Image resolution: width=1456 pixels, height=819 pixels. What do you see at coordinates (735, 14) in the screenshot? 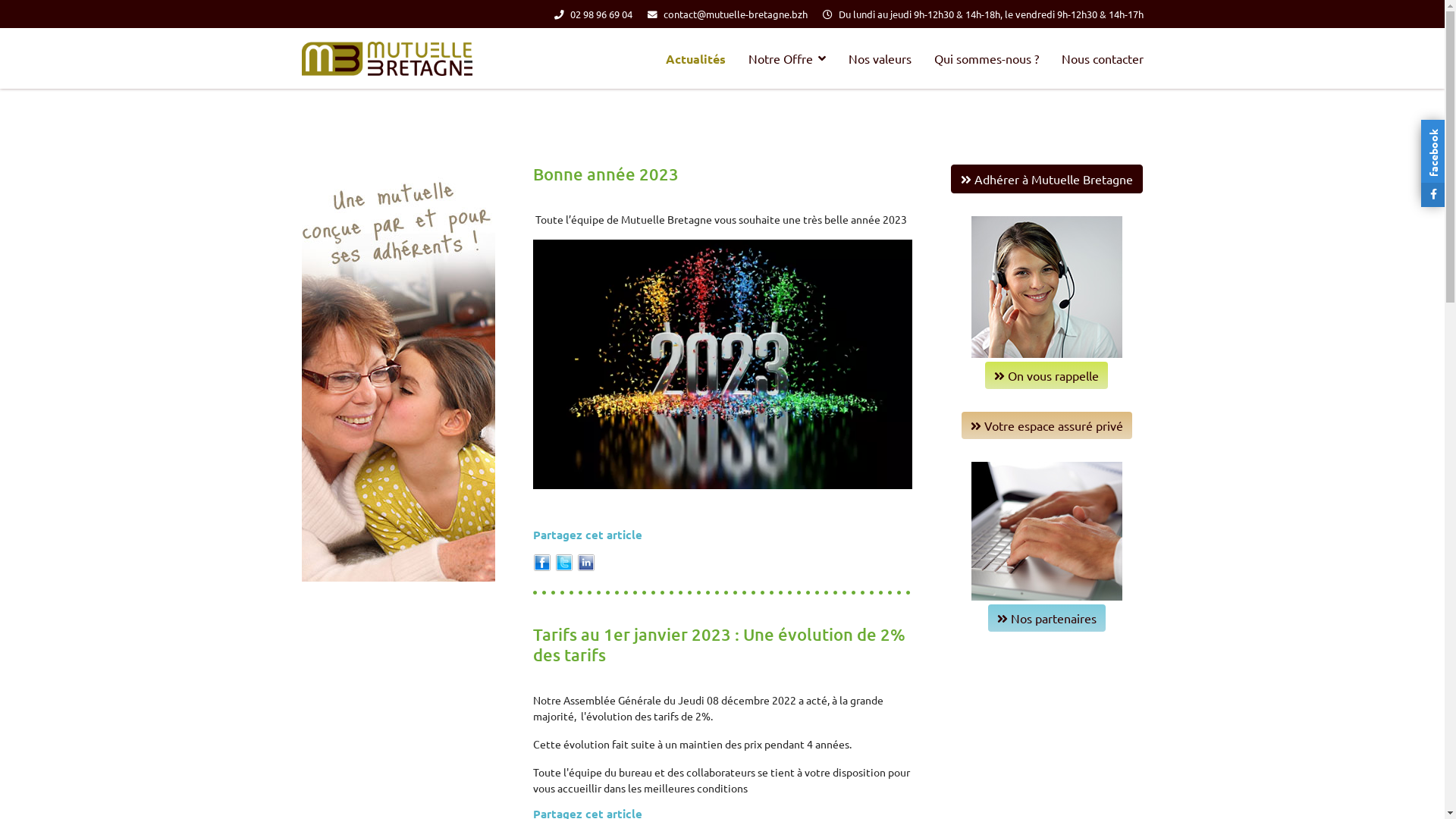
I see `'contact@mutuelle-bretagne.bzh'` at bounding box center [735, 14].